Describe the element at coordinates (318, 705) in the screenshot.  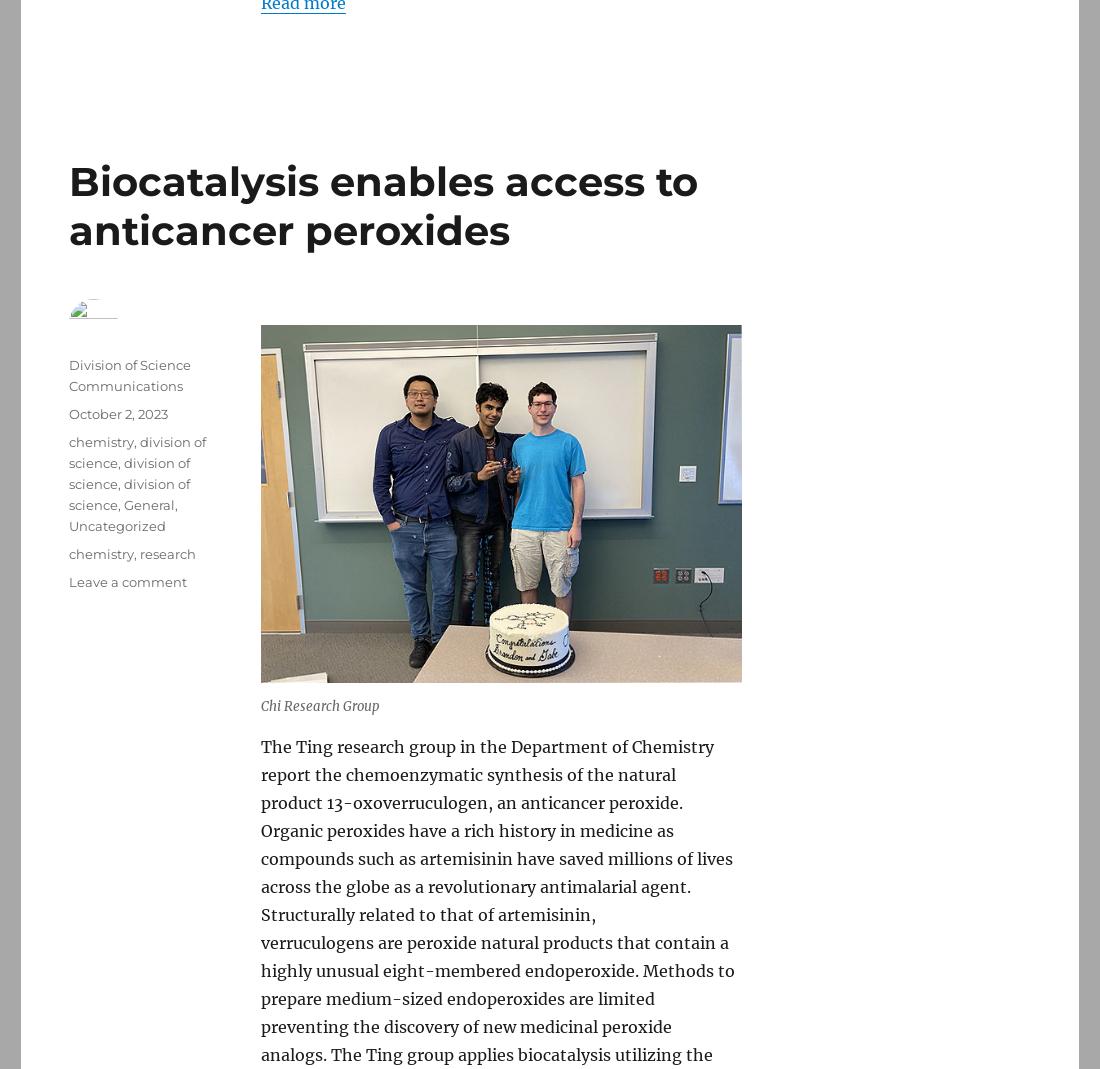
I see `'Chi Research Group'` at that location.